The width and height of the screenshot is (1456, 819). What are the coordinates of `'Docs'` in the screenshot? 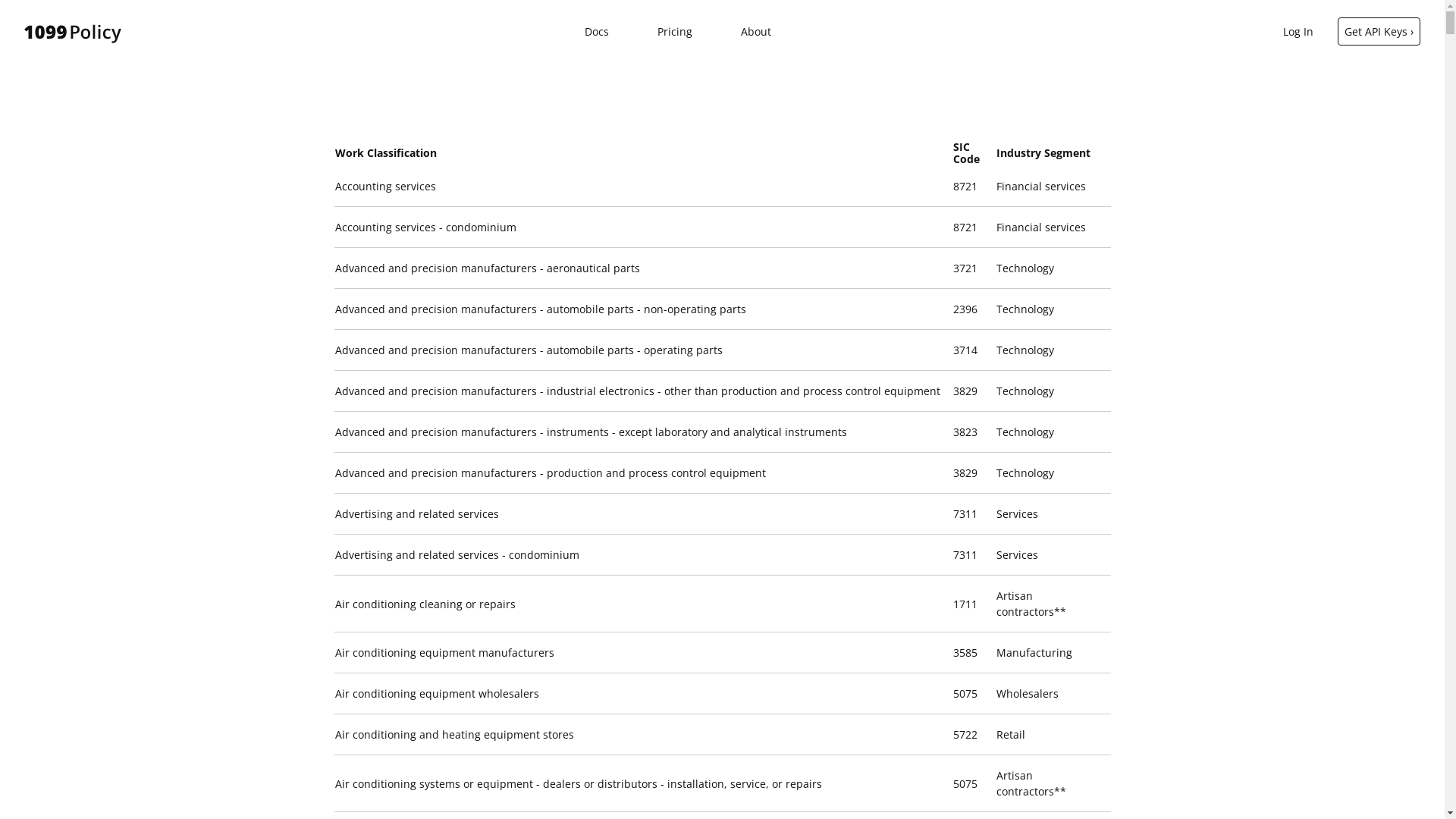 It's located at (596, 31).